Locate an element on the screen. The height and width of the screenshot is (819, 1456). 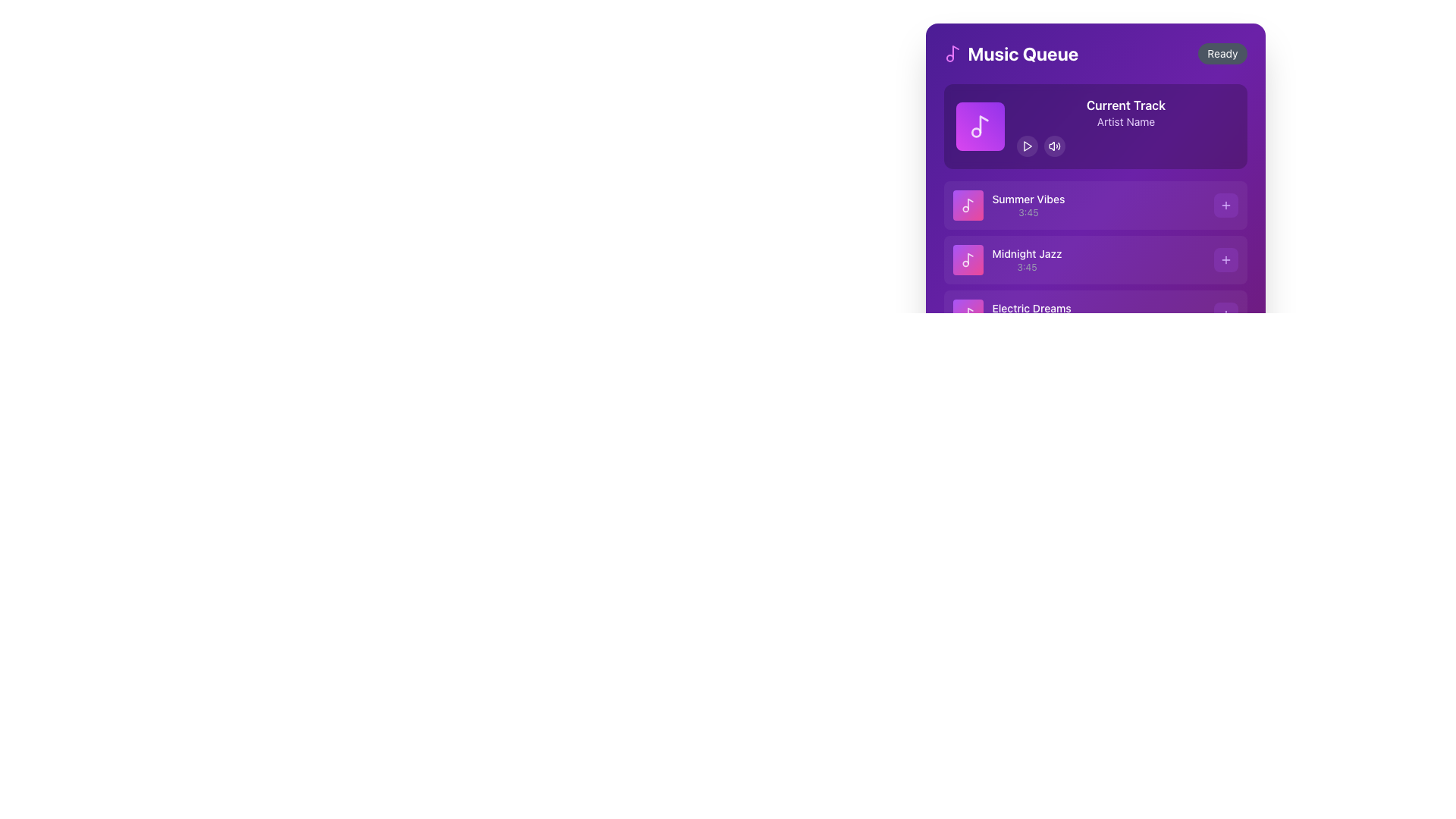
the small, purple-toned button with a '+' symbol at its center, located at the rightmost position of the 'Summer Vibes' row in the Music Queue is located at coordinates (1225, 205).